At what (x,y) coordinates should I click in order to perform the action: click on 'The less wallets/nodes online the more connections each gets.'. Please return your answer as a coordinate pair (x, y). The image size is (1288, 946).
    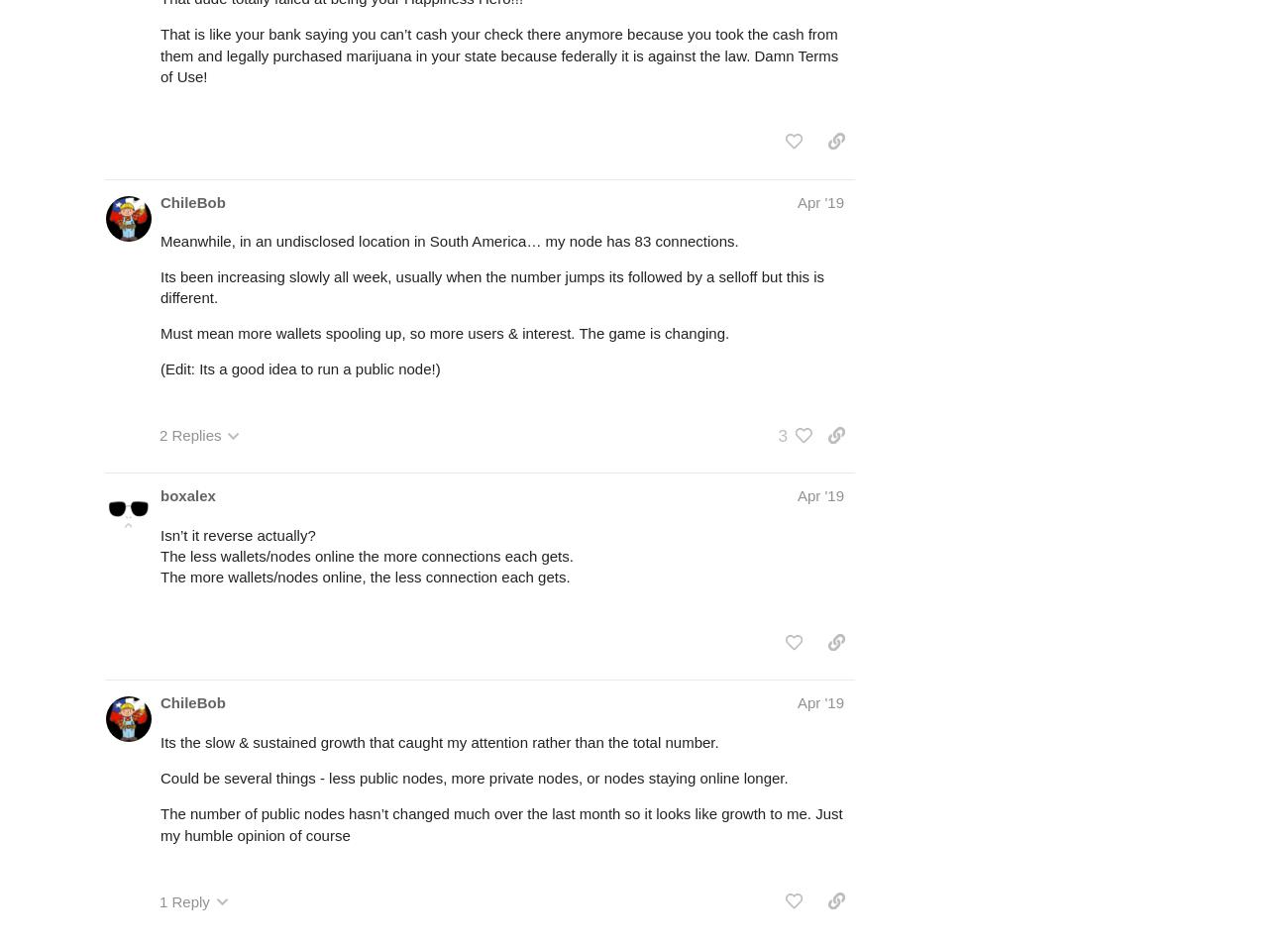
    Looking at the image, I should click on (159, 556).